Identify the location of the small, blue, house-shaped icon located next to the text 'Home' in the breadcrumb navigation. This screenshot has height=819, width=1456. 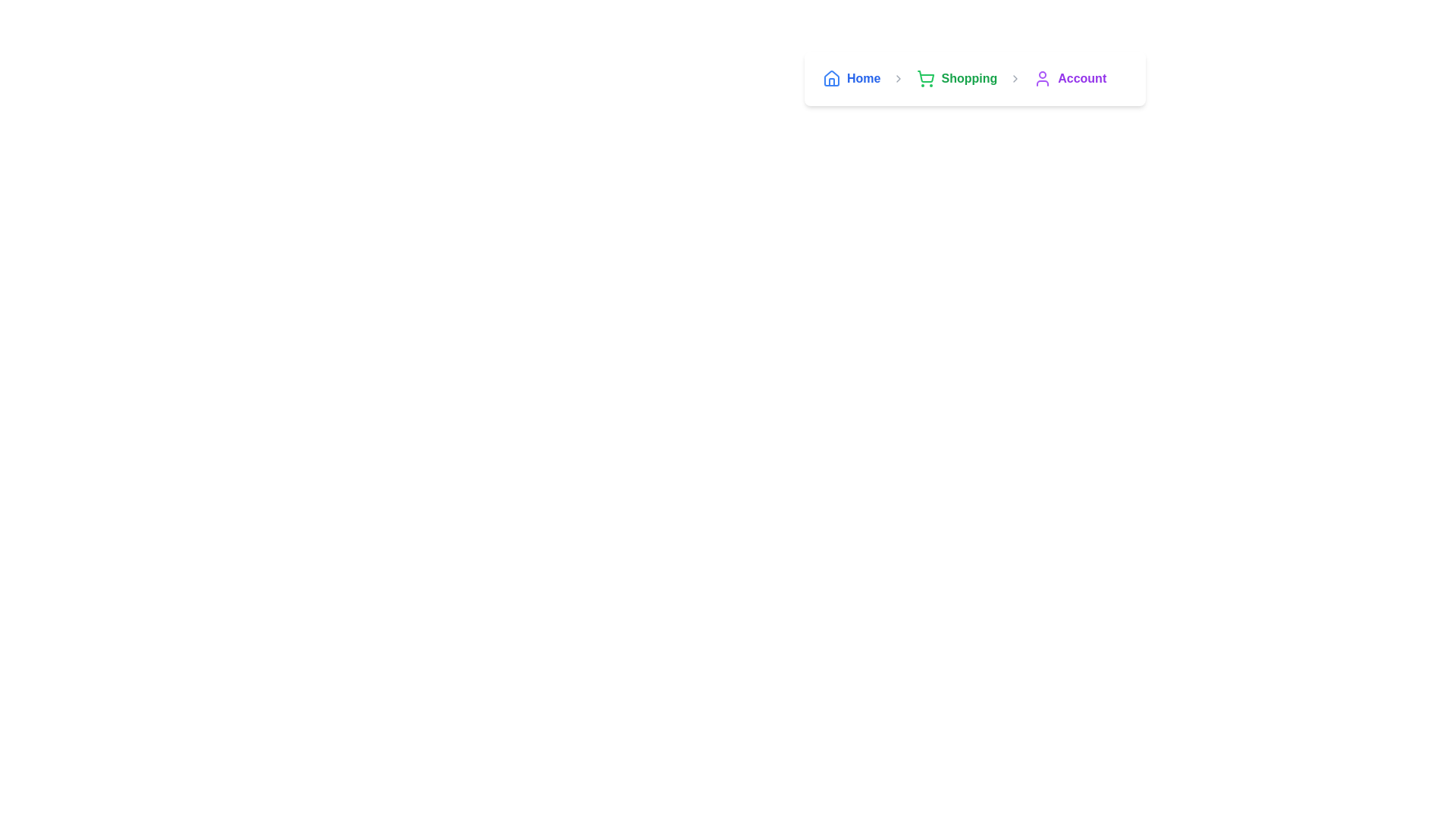
(831, 79).